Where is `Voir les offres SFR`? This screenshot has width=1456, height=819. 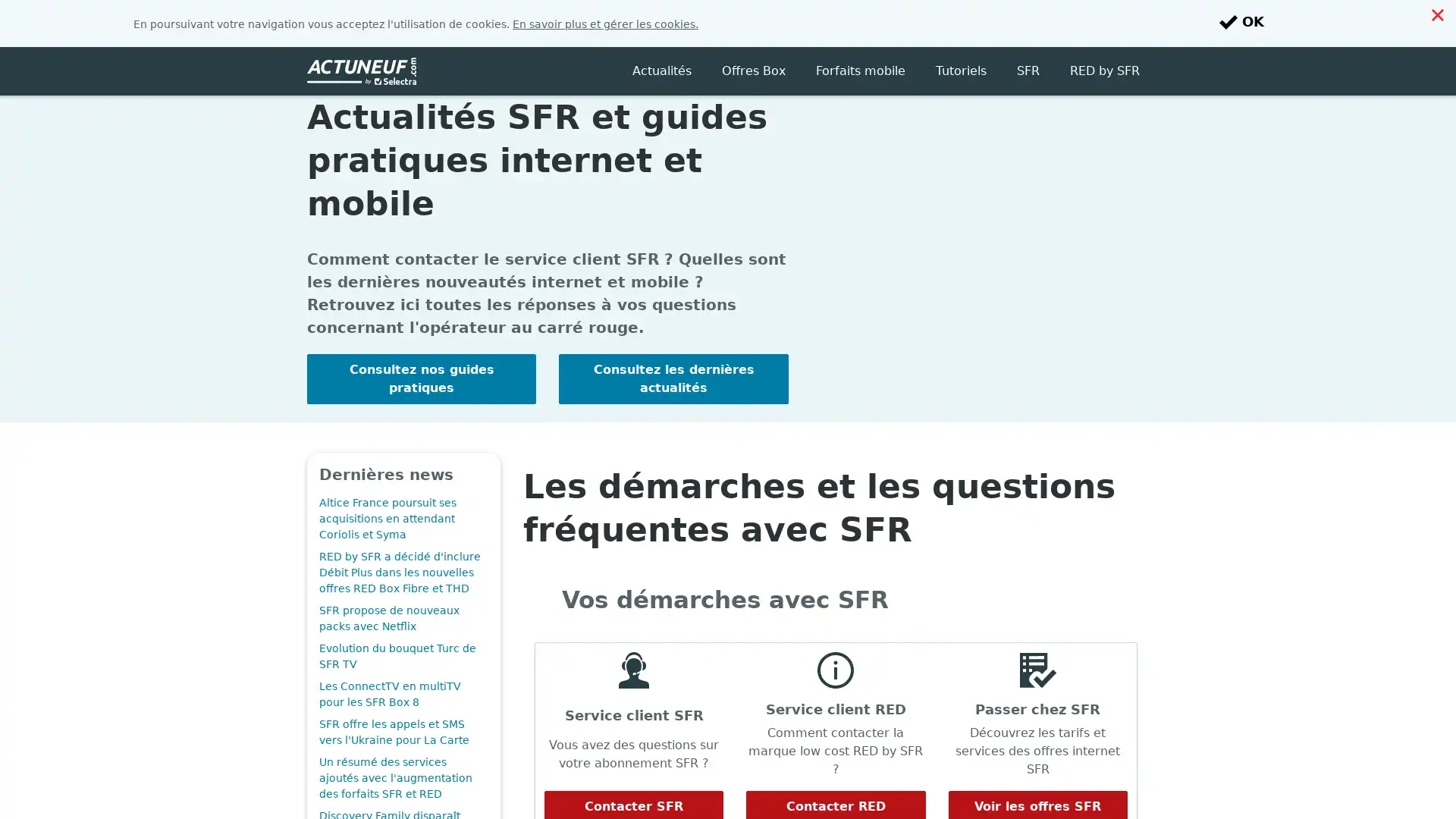
Voir les offres SFR is located at coordinates (1037, 760).